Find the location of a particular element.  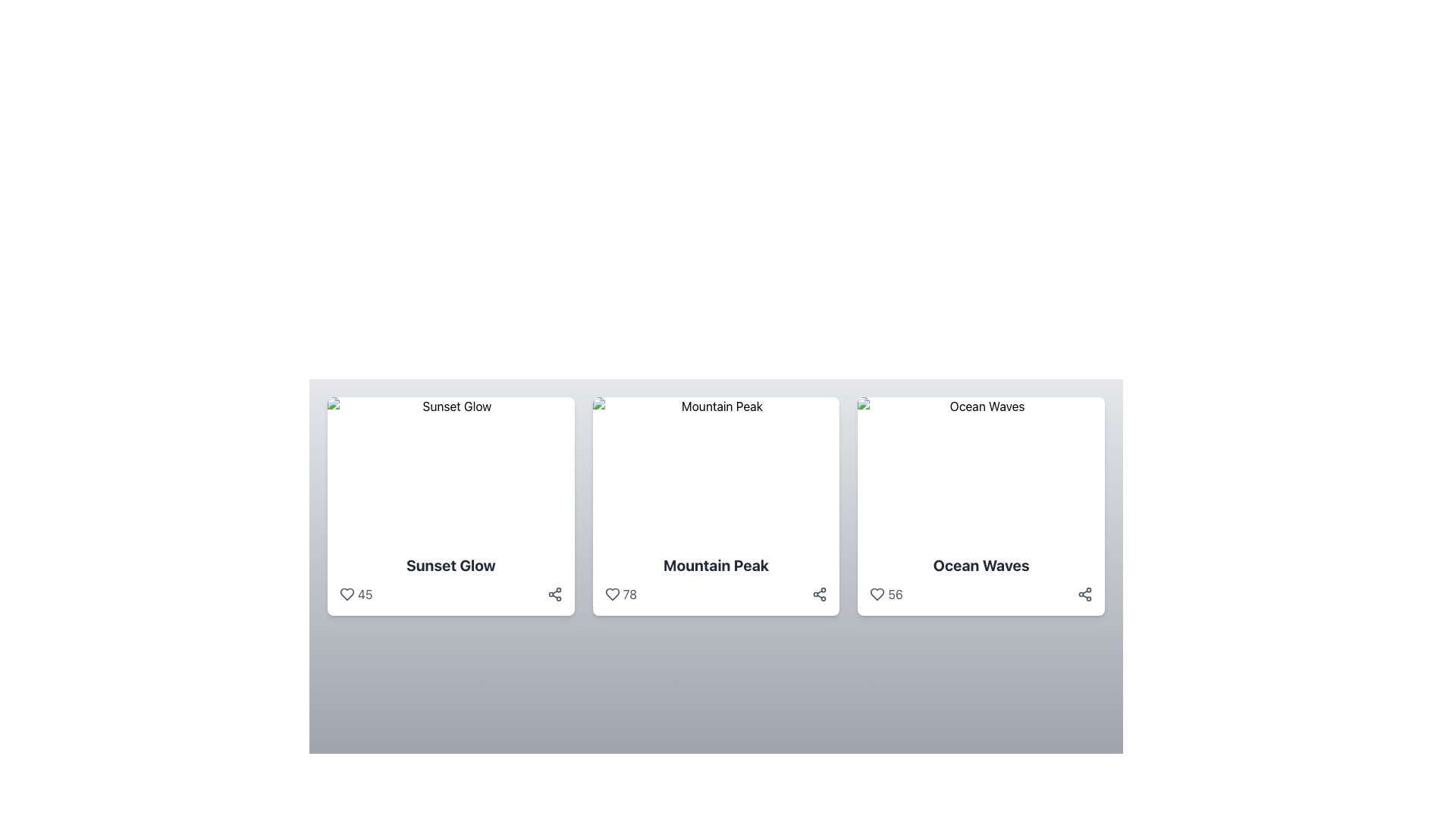

the image of the mountain peak located at the top of the card labeled 'Mountain Peak 78' is located at coordinates (715, 469).